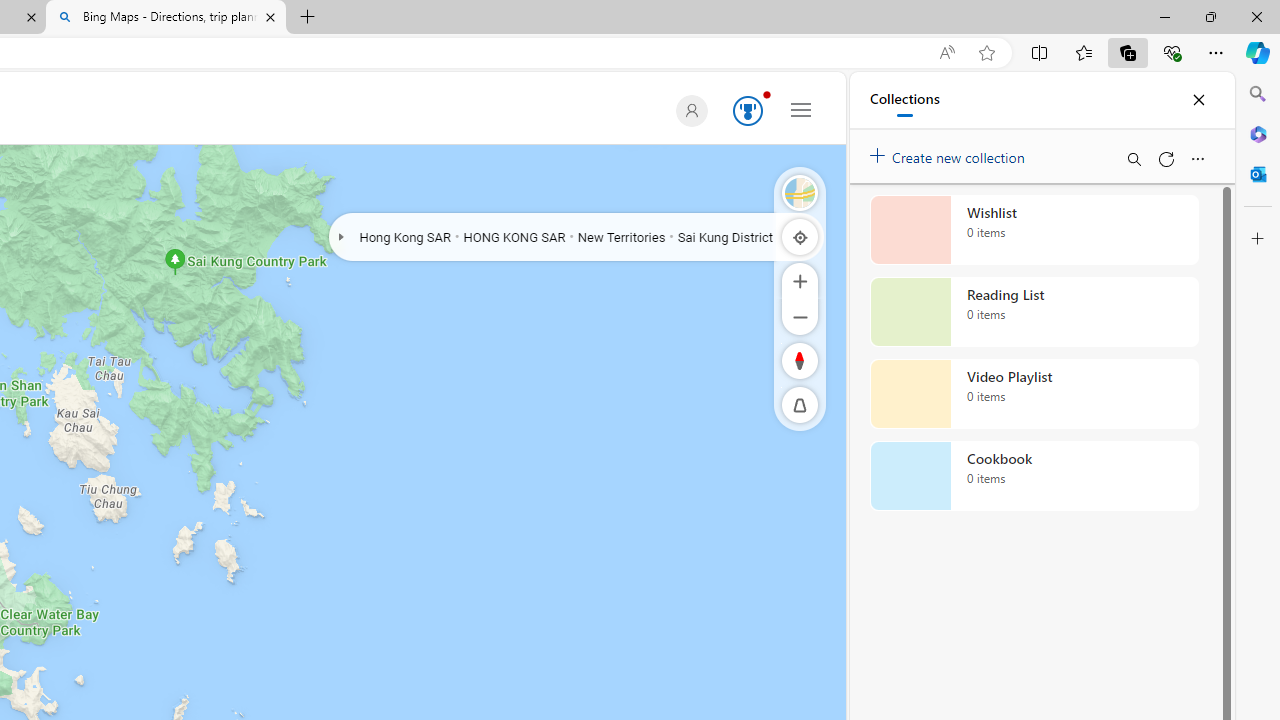 The width and height of the screenshot is (1280, 720). What do you see at coordinates (800, 192) in the screenshot?
I see `'Satellite'` at bounding box center [800, 192].